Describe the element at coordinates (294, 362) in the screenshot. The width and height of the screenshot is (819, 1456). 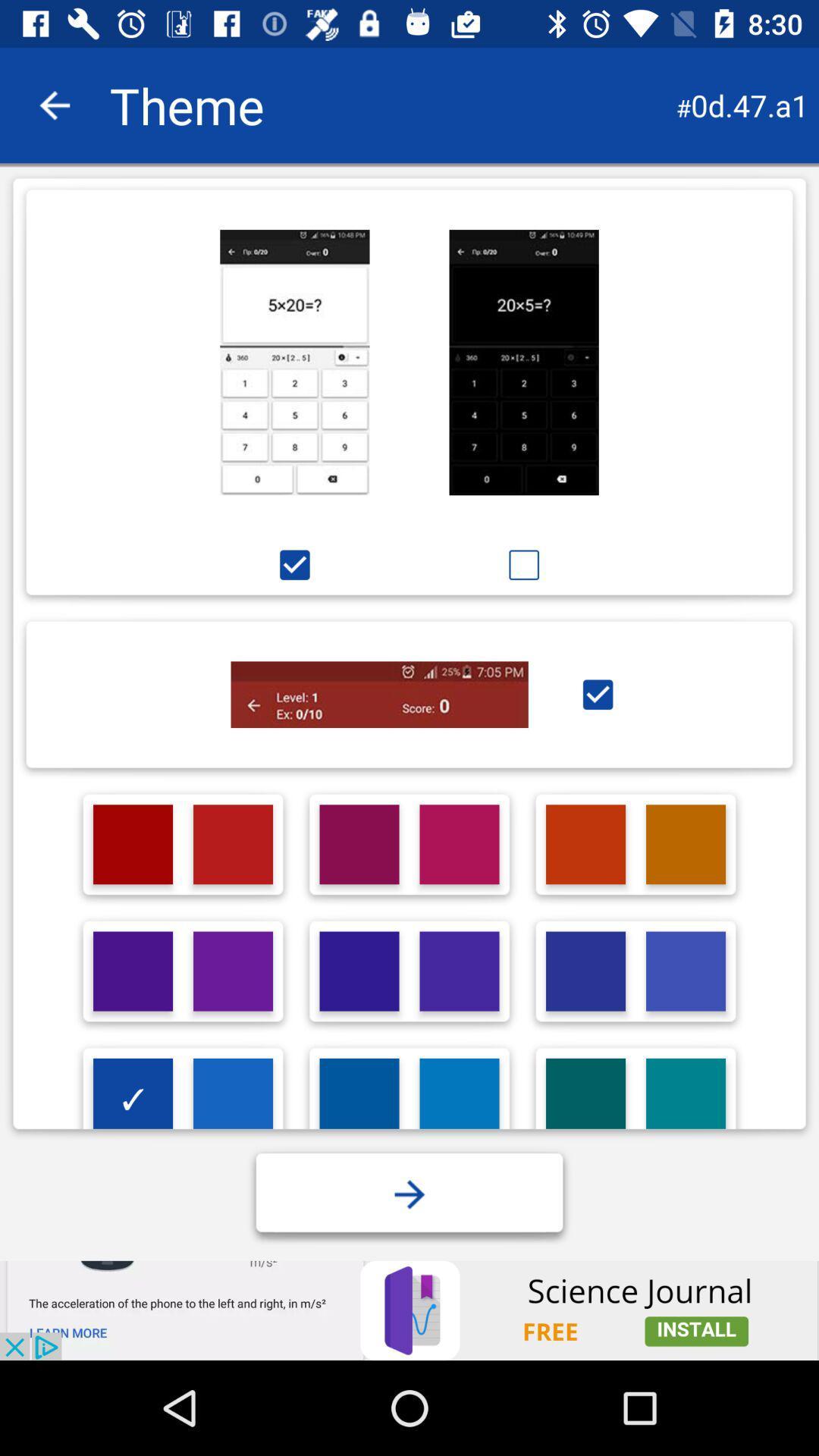
I see `the theme` at that location.